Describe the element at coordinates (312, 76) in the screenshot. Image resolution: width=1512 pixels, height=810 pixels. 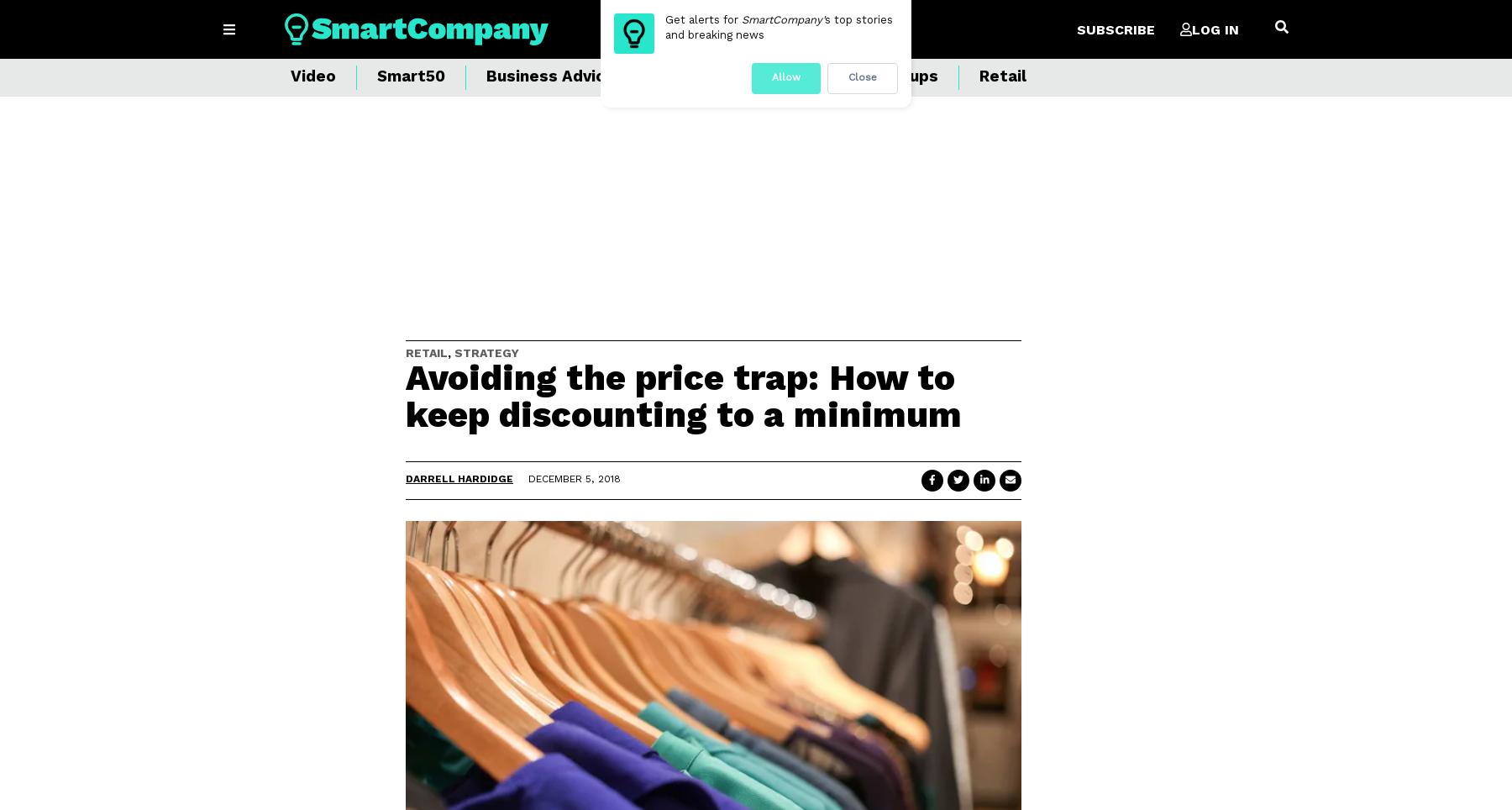
I see `'Video'` at that location.